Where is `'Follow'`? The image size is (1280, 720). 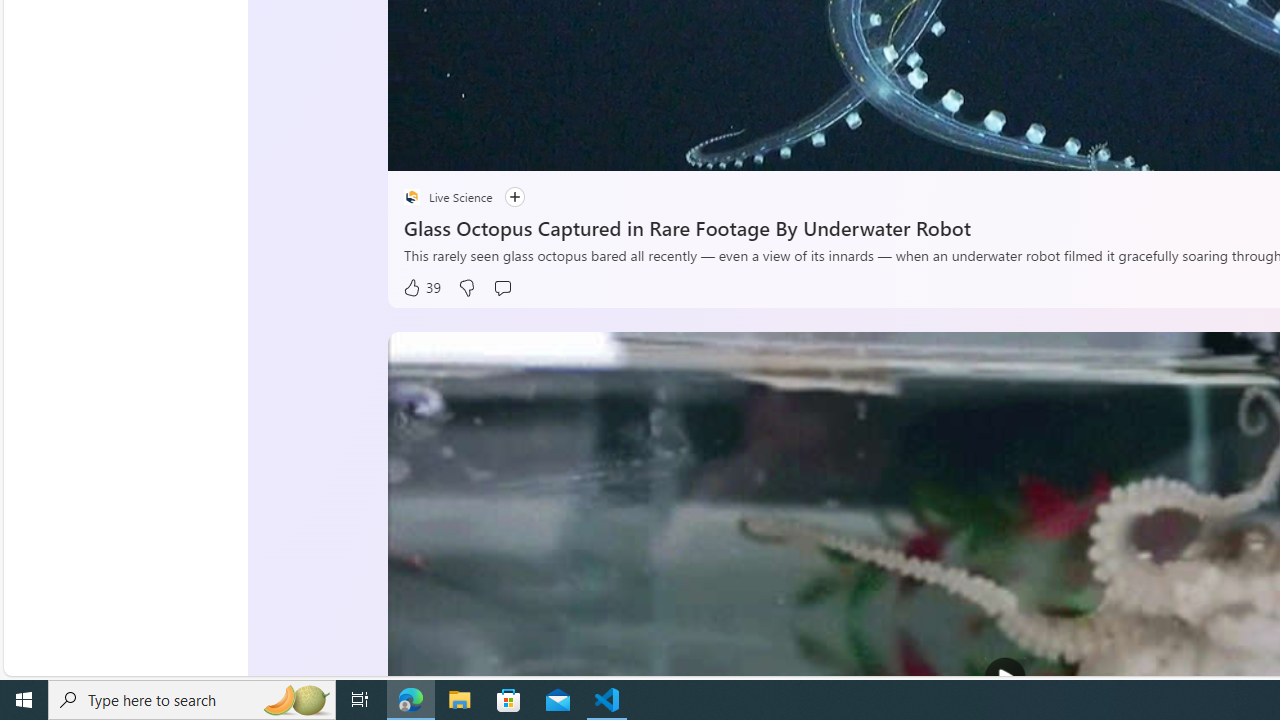 'Follow' is located at coordinates (514, 197).